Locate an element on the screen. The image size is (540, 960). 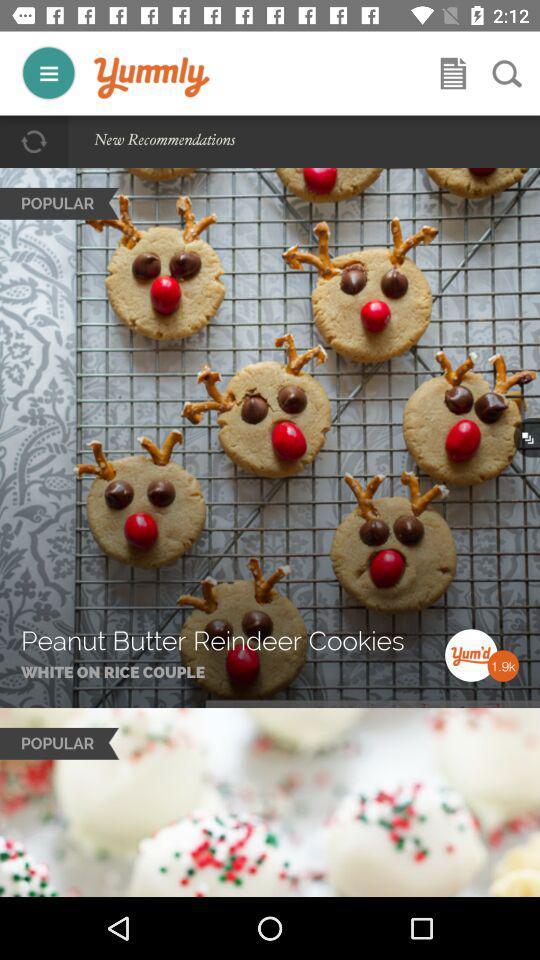
read is located at coordinates (453, 73).